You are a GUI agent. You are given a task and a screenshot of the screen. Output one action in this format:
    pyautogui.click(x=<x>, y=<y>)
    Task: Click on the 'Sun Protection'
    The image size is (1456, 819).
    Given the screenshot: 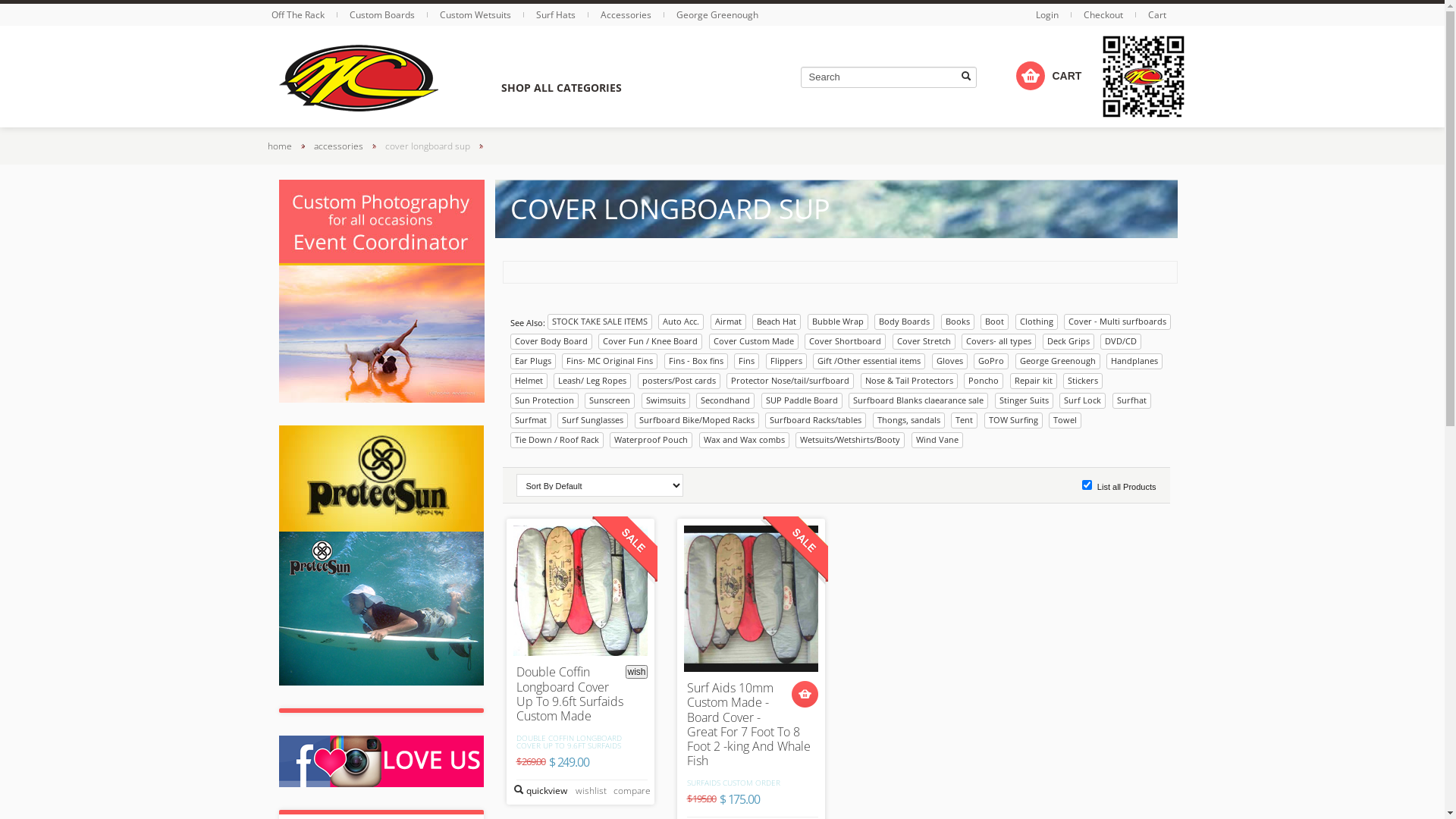 What is the action you would take?
    pyautogui.click(x=510, y=400)
    